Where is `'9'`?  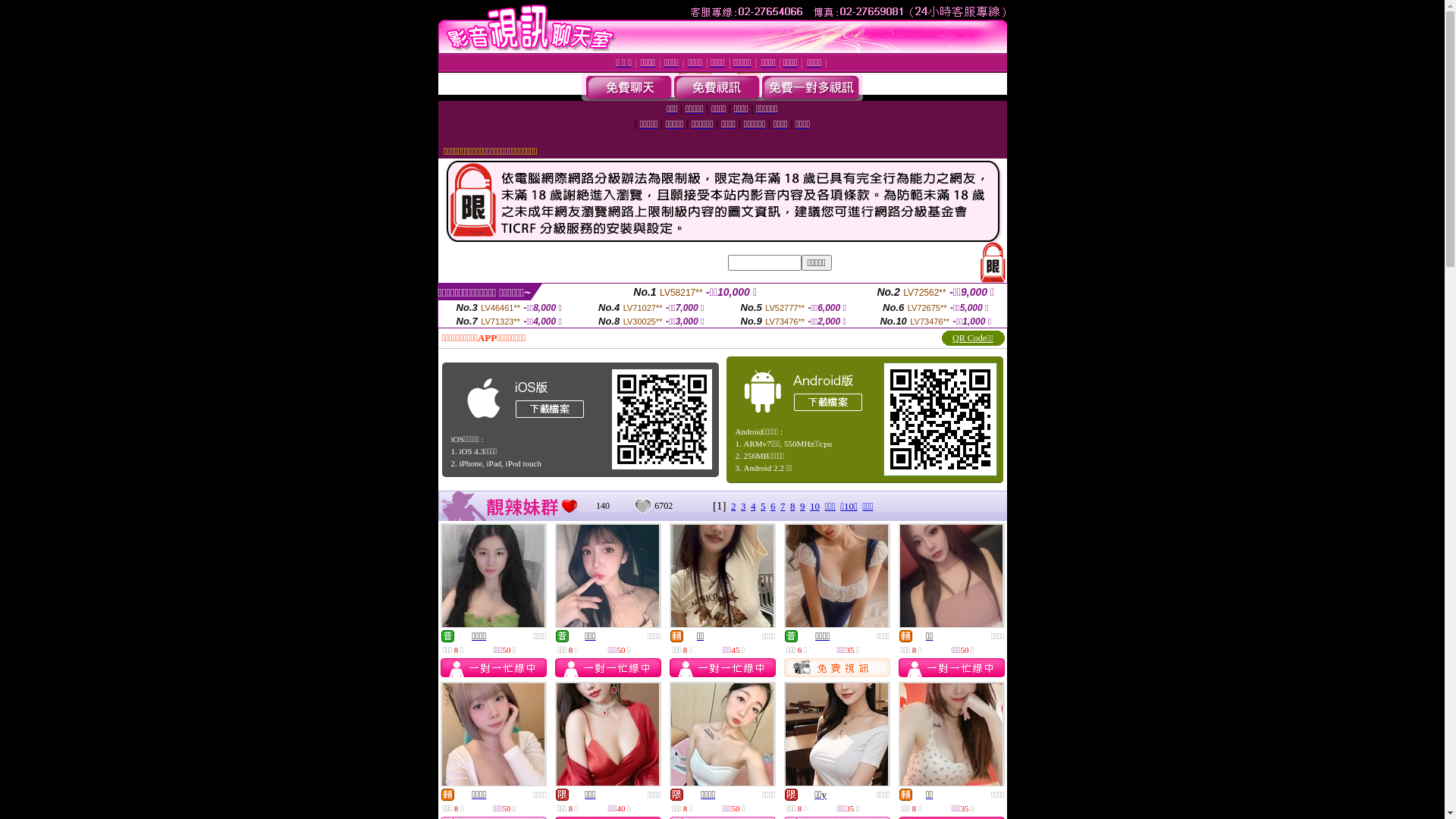 '9' is located at coordinates (802, 506).